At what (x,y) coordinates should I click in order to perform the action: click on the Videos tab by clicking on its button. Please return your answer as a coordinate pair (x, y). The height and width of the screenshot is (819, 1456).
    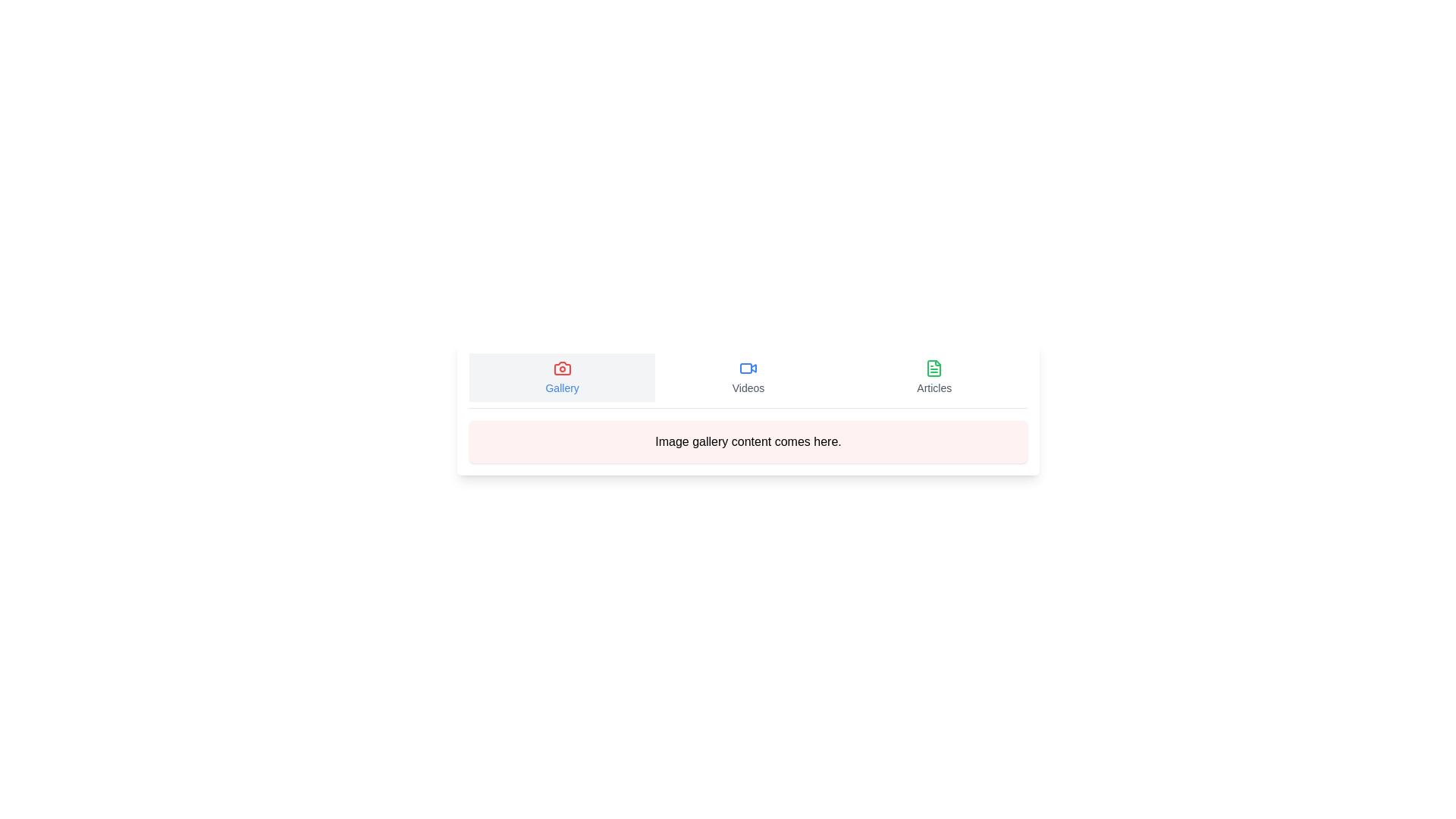
    Looking at the image, I should click on (748, 376).